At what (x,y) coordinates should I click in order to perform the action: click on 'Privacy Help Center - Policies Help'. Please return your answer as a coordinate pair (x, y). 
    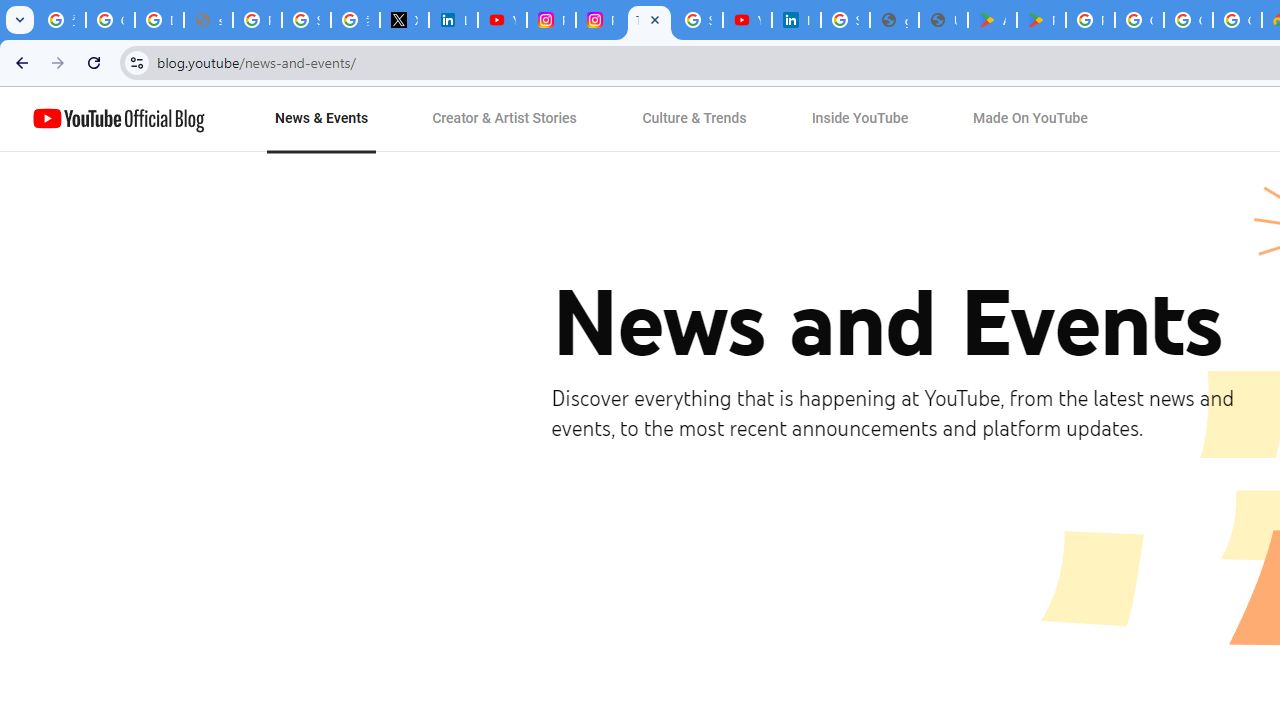
    Looking at the image, I should click on (256, 20).